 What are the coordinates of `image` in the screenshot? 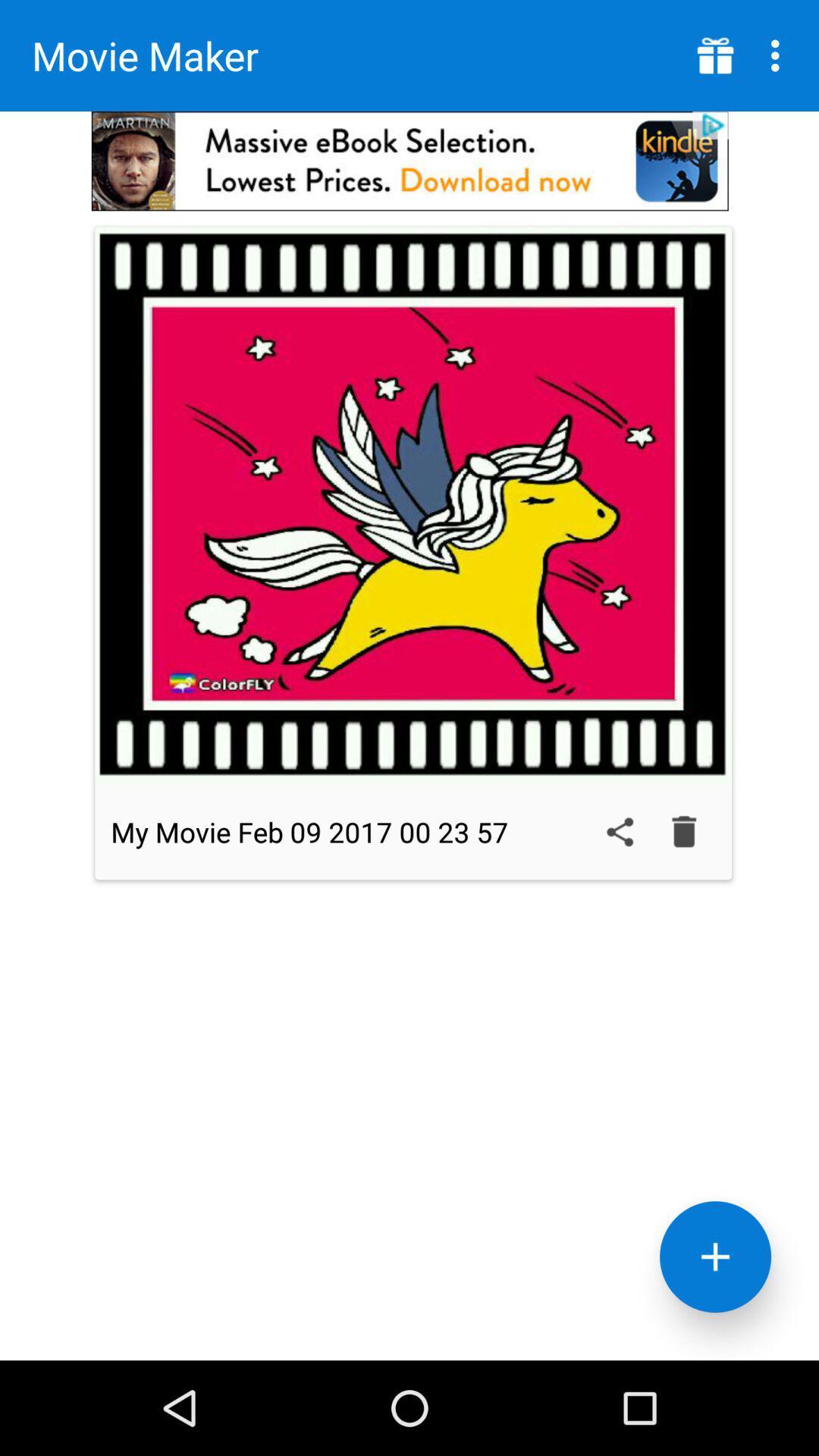 It's located at (413, 505).